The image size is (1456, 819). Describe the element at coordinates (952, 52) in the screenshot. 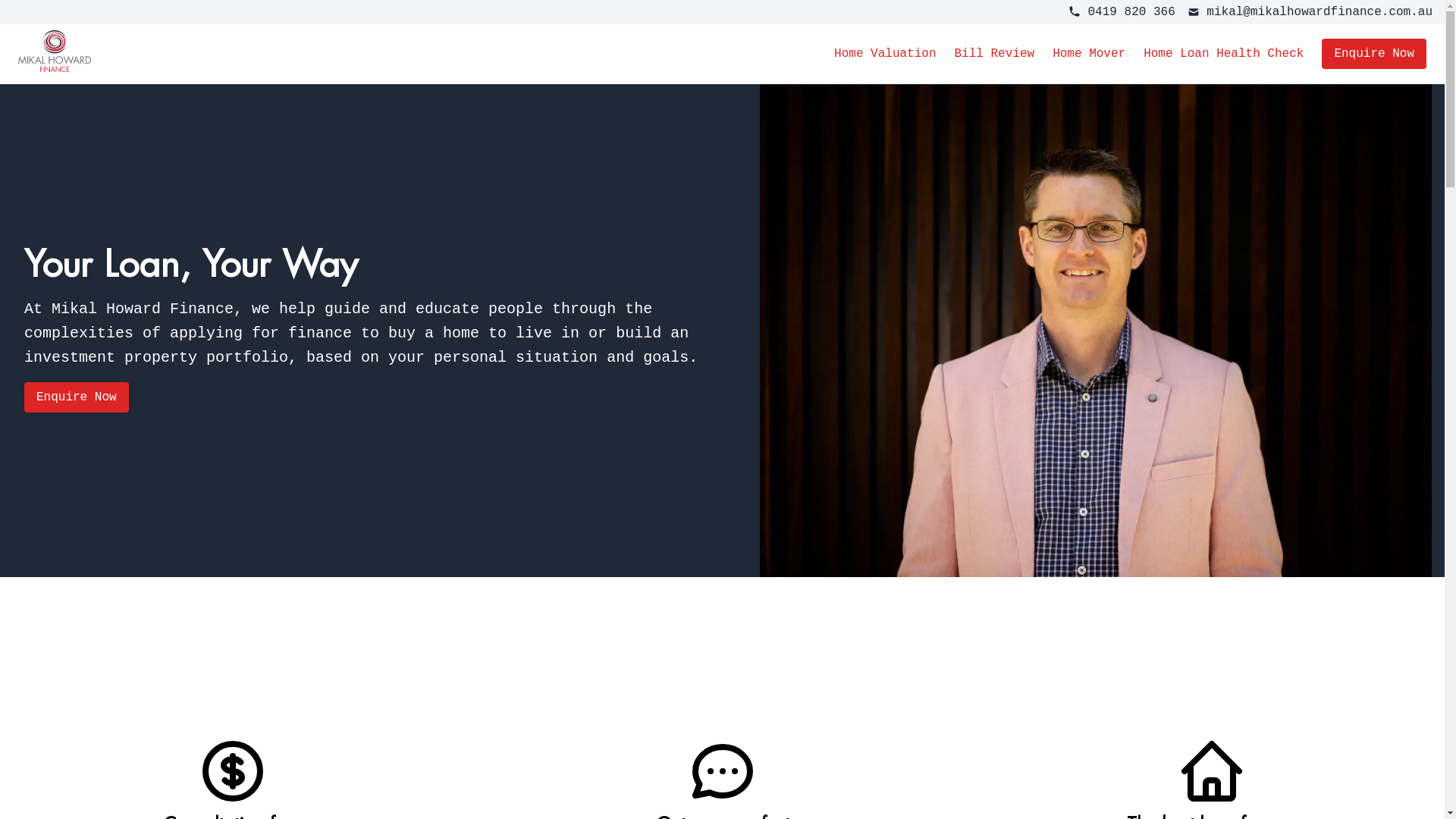

I see `'Bill Review'` at that location.